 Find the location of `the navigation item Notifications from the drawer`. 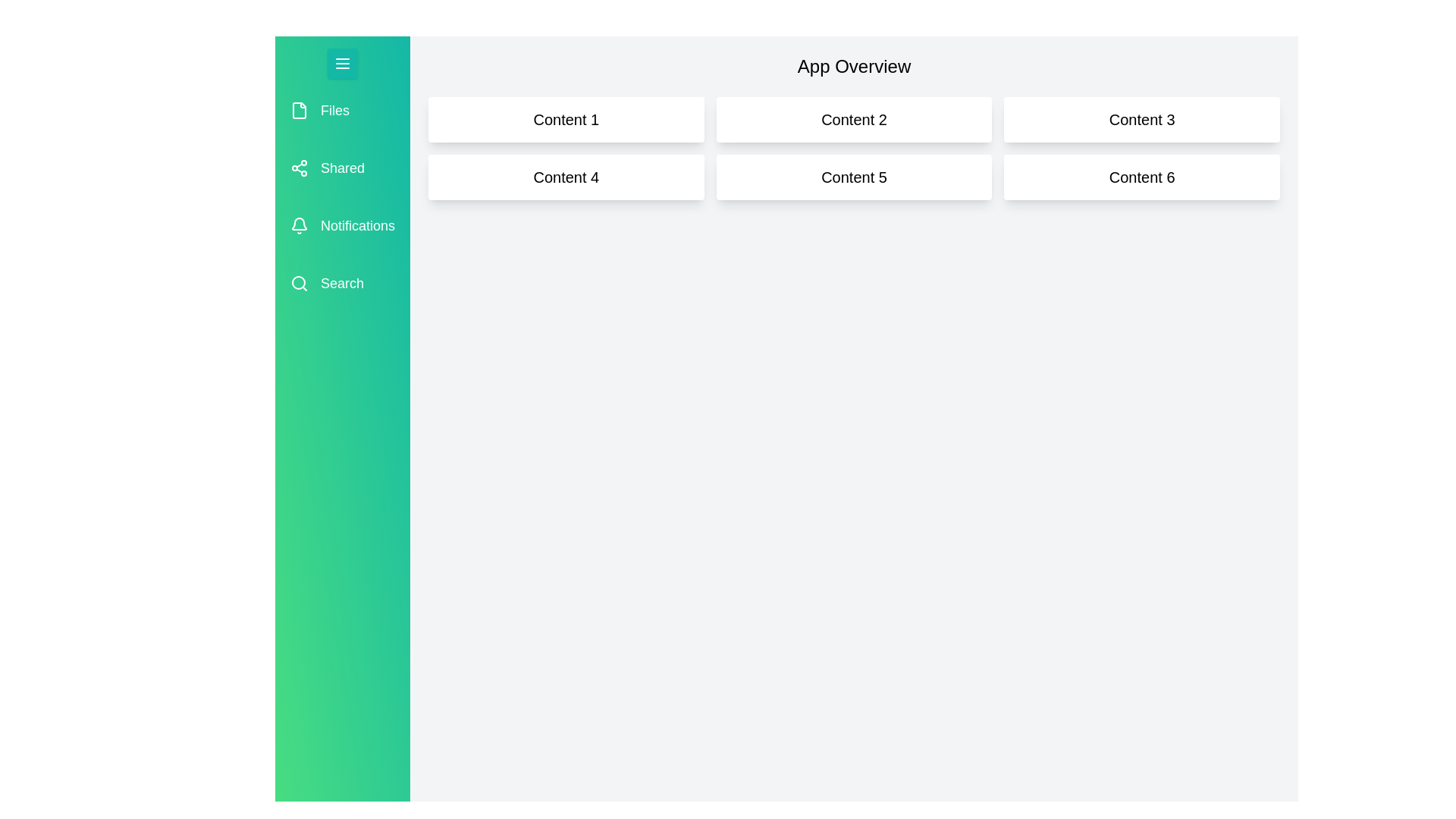

the navigation item Notifications from the drawer is located at coordinates (341, 225).